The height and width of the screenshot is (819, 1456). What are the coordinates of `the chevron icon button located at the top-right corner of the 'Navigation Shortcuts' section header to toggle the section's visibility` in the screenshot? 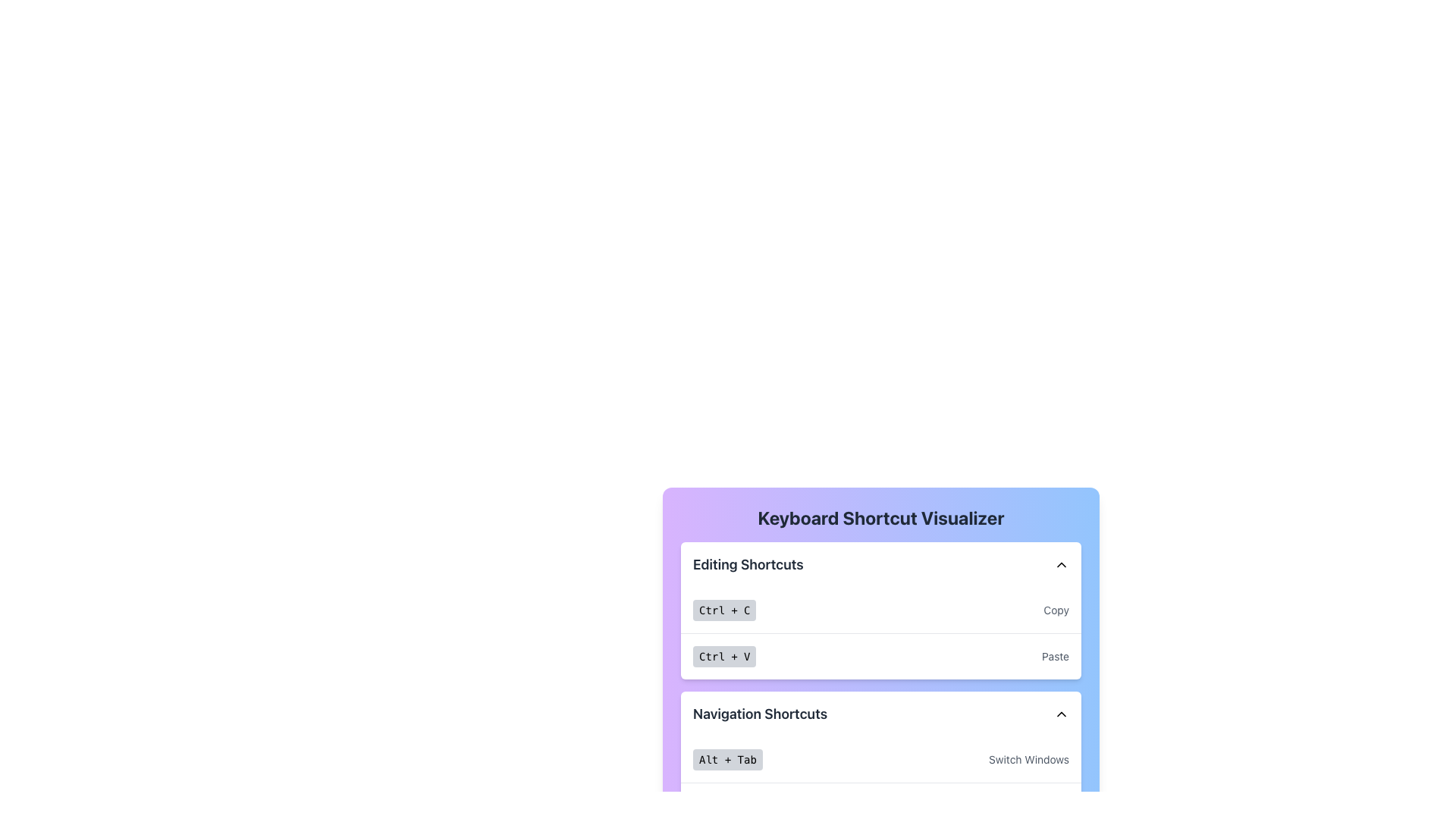 It's located at (1061, 714).